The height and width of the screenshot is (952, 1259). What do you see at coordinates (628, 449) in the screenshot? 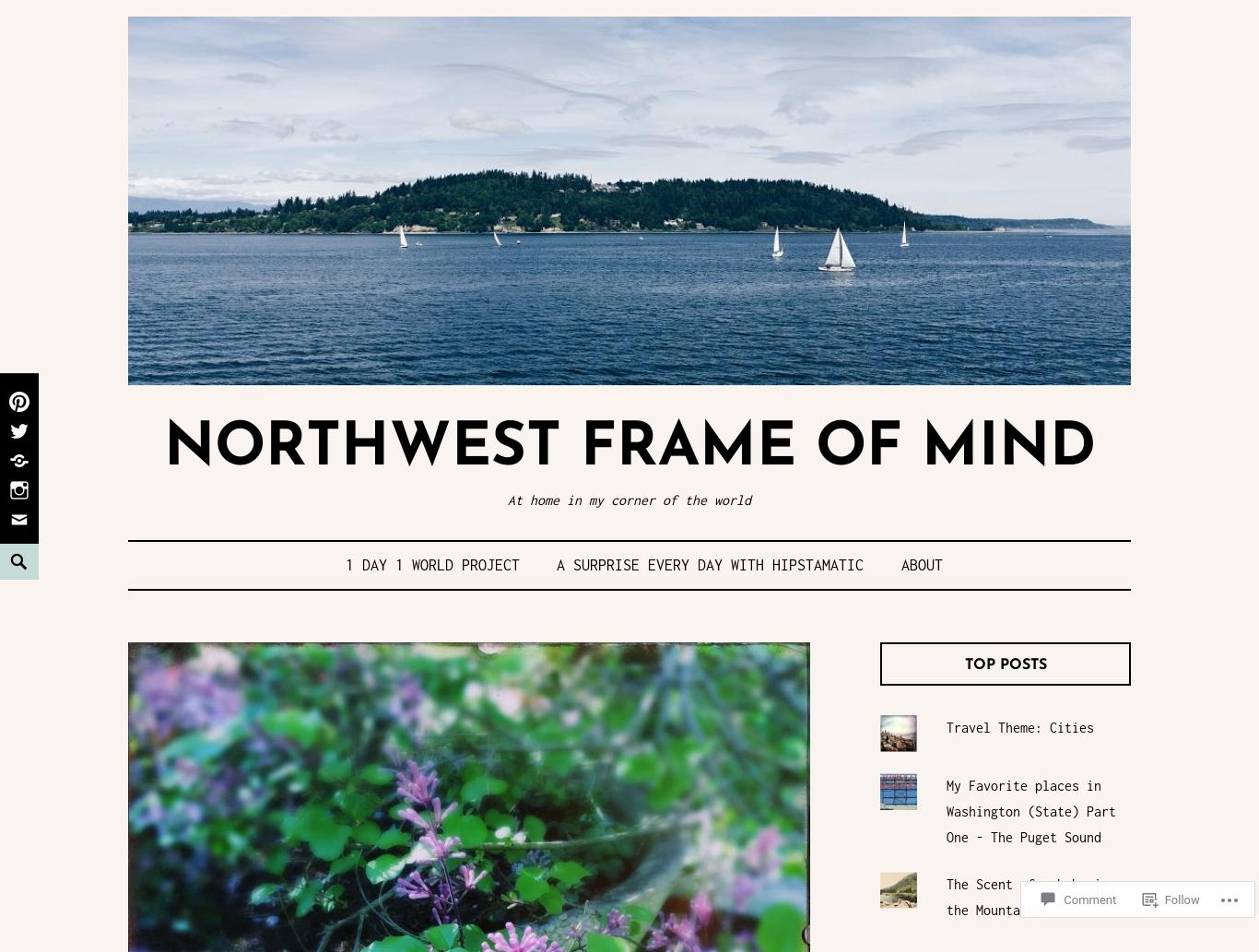
I see `'Northwest Frame of Mind'` at bounding box center [628, 449].